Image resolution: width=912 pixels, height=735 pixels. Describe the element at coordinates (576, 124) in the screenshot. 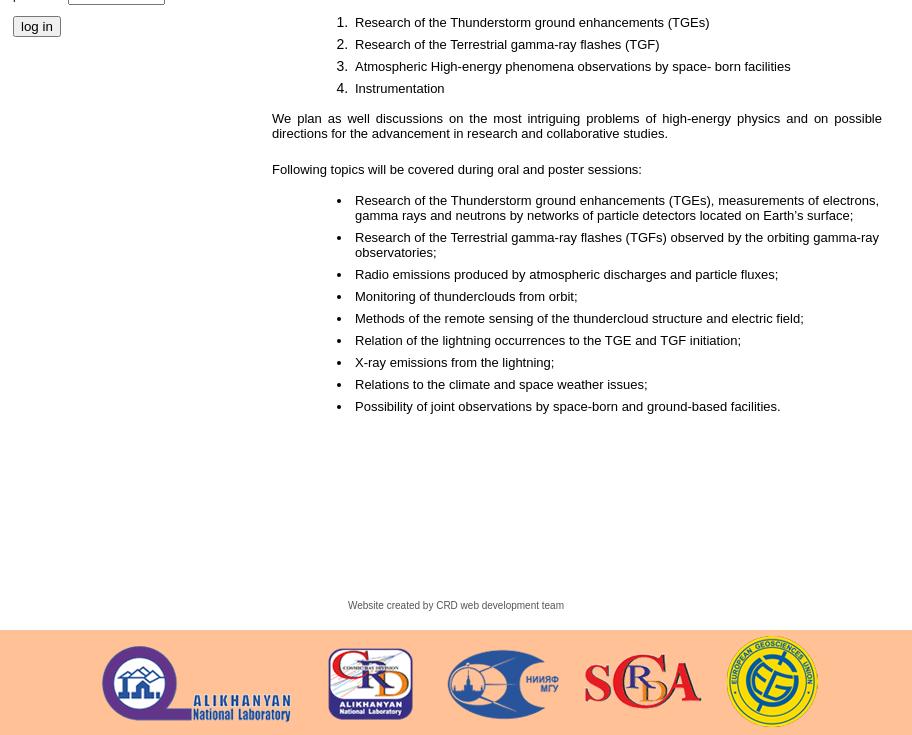

I see `'We plan as well discussions on the most intriguing problems of high-energy physics and on possible directions for the advancement in research and collaborative studies.'` at that location.